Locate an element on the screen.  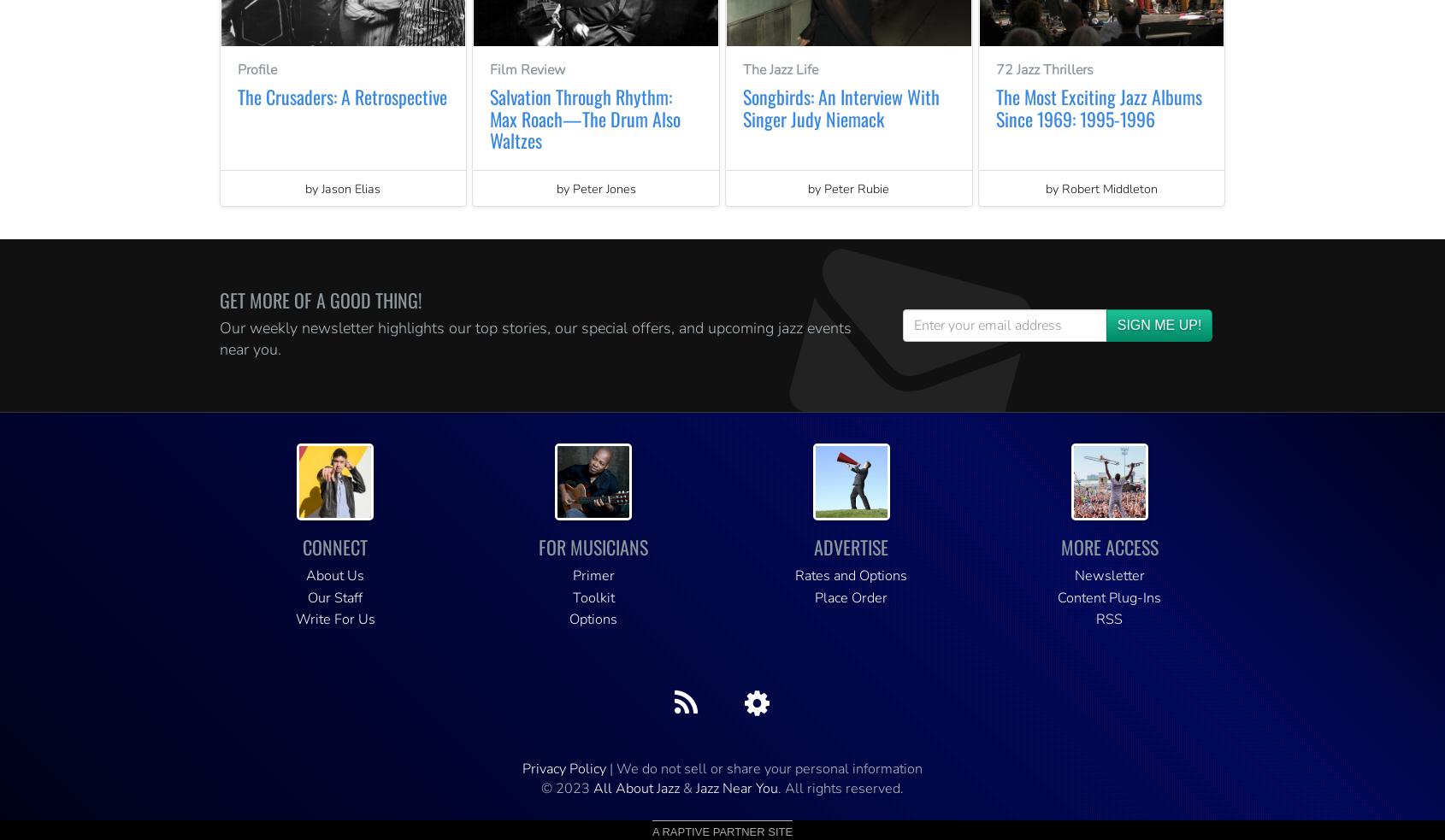
'About Us' is located at coordinates (304, 575).